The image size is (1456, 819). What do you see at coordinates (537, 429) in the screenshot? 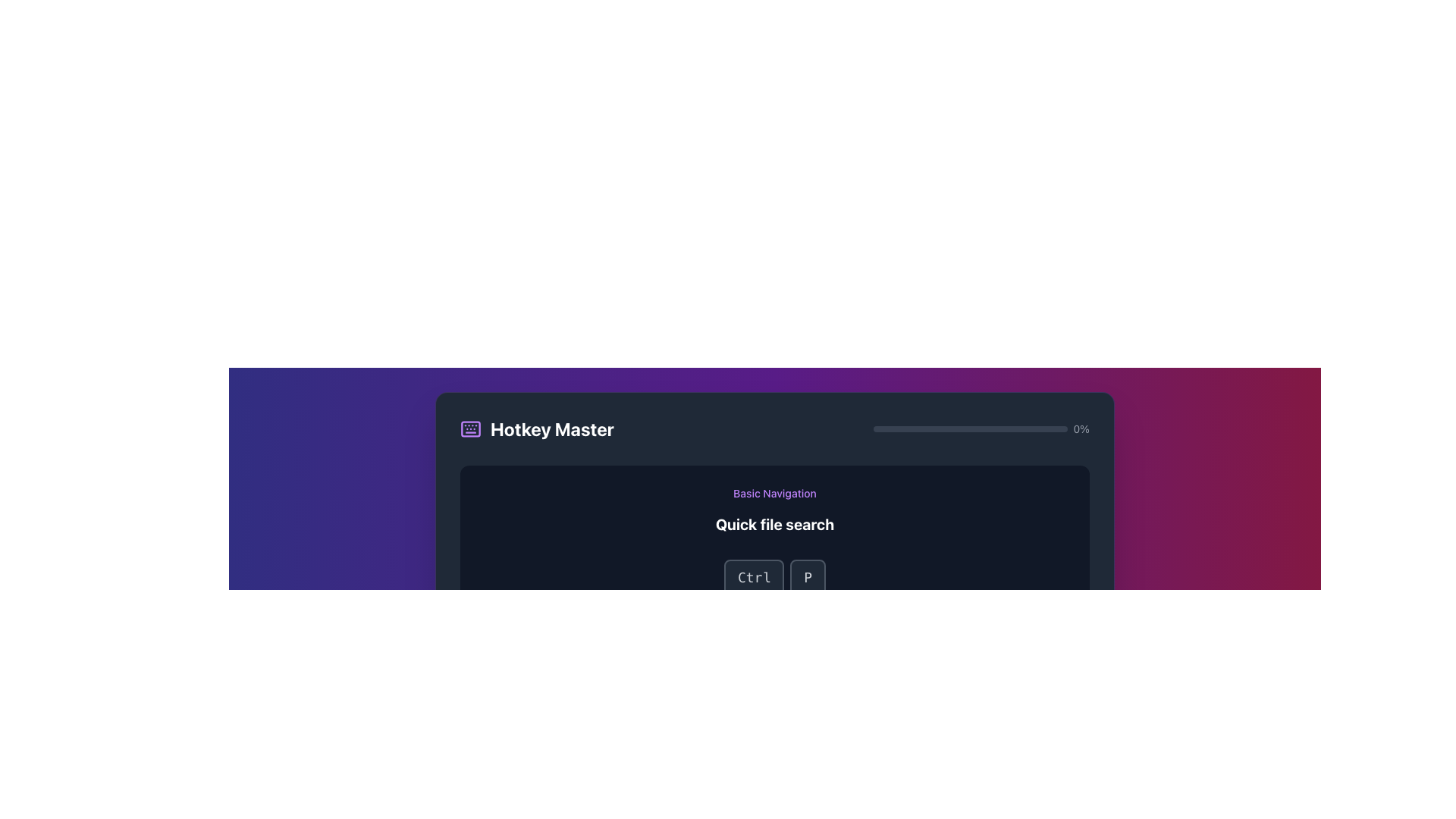
I see `the purple keyboard icon followed by the text 'Hotkey Master' in bold white font, located on the left side of the header section` at bounding box center [537, 429].